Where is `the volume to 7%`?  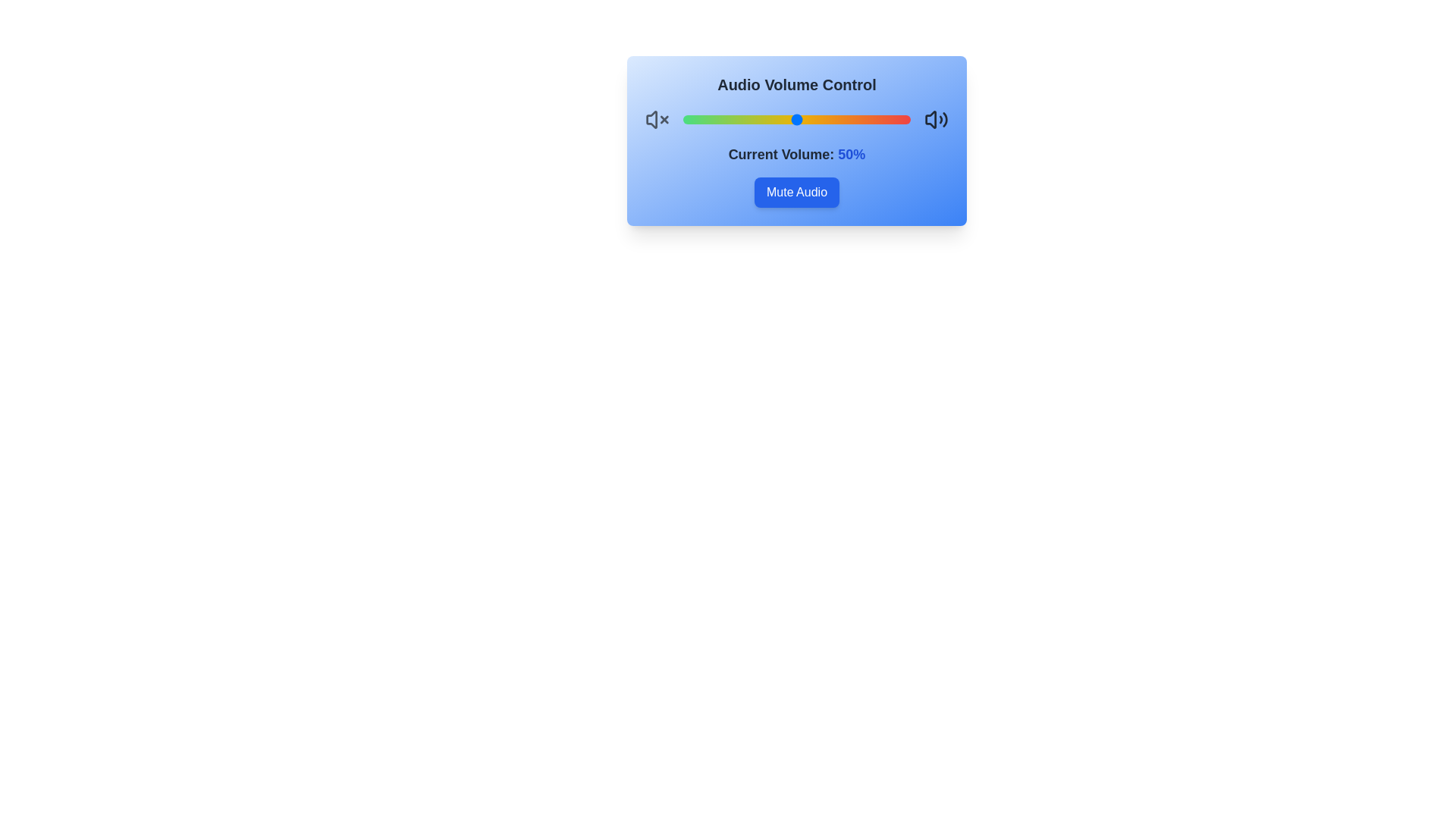
the volume to 7% is located at coordinates (698, 119).